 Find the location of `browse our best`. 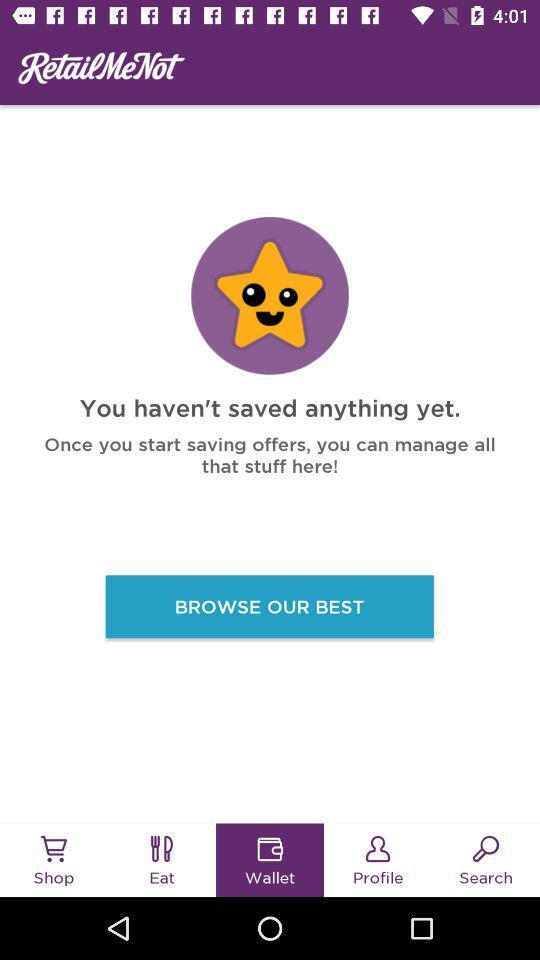

browse our best is located at coordinates (270, 605).